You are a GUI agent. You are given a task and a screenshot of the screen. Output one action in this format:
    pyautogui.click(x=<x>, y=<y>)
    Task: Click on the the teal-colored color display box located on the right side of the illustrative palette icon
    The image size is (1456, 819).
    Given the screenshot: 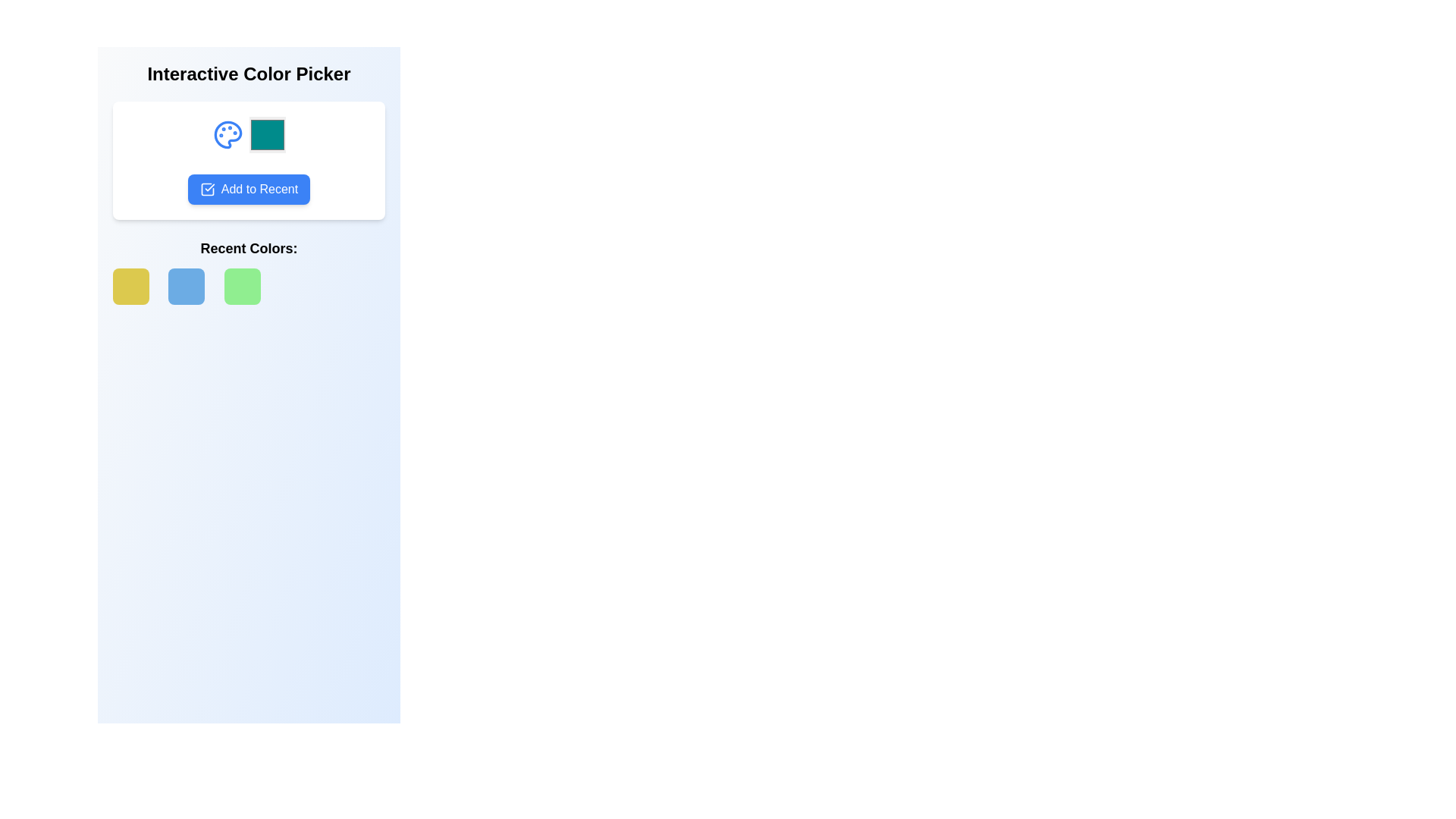 What is the action you would take?
    pyautogui.click(x=249, y=133)
    